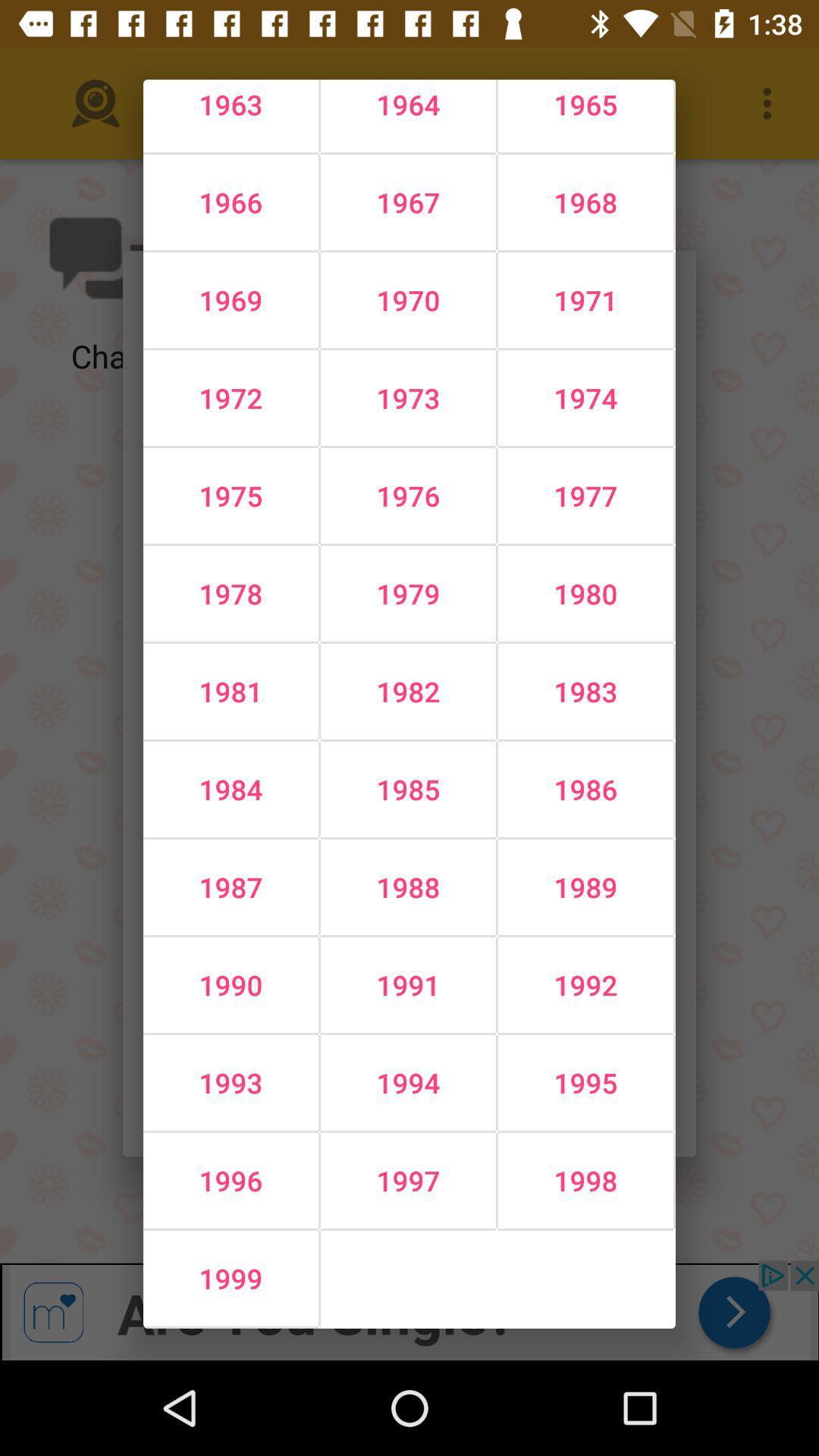  I want to click on item next to 1975 item, so click(407, 592).